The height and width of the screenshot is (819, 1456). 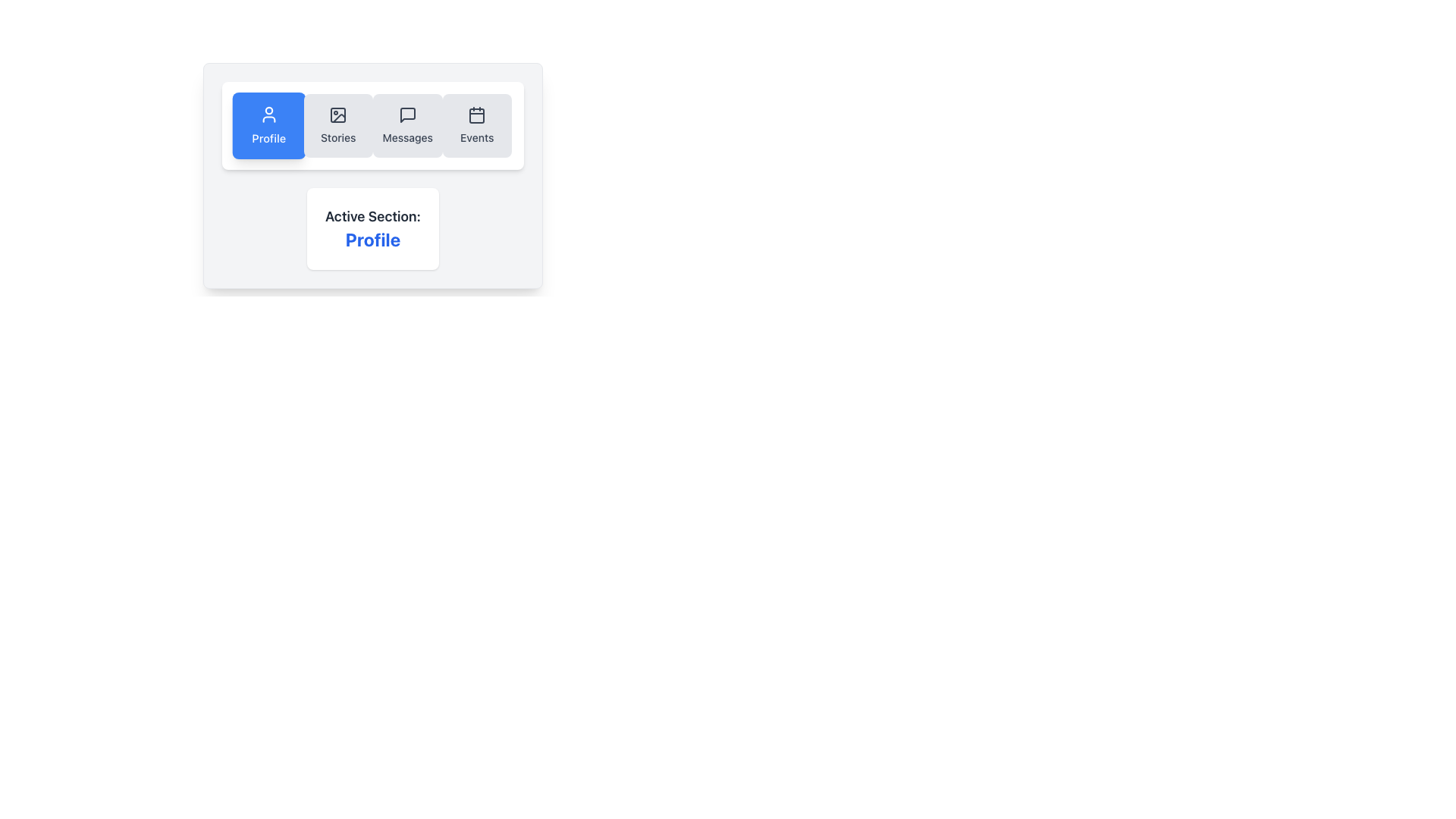 I want to click on the 'Messages' button, which is the third button in a horizontal group containing icons and labels, so click(x=407, y=124).